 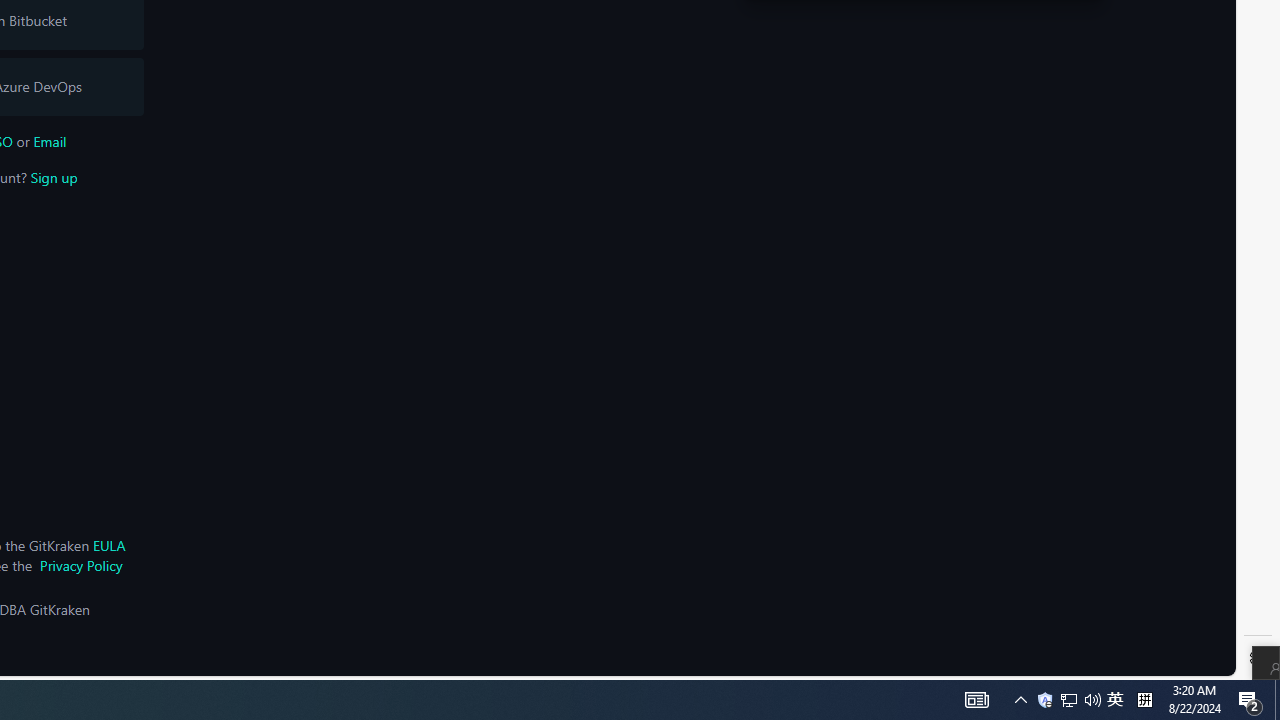 What do you see at coordinates (80, 565) in the screenshot?
I see `'Privacy Policy'` at bounding box center [80, 565].